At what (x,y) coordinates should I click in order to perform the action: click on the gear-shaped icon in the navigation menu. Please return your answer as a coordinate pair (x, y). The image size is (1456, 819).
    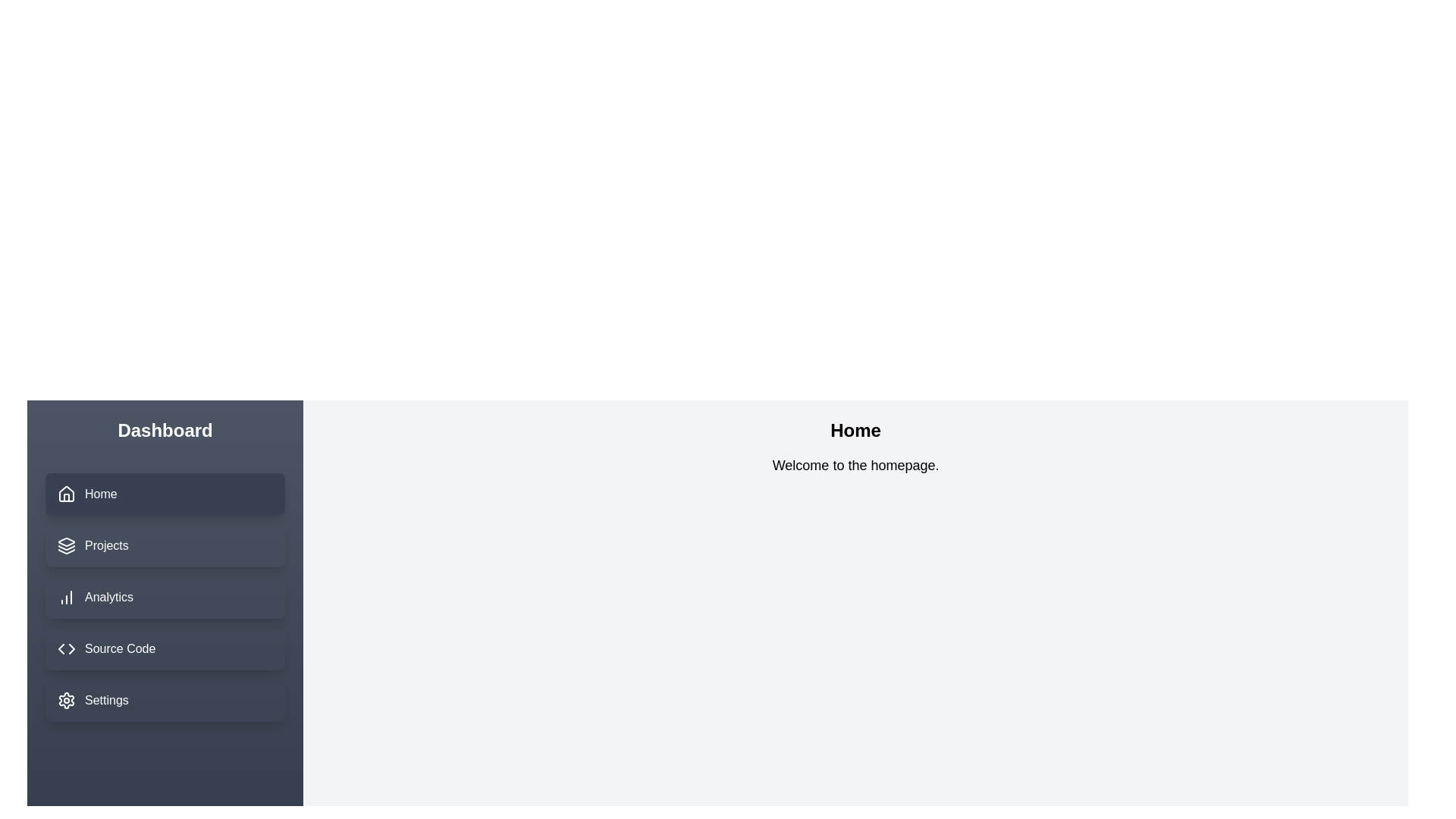
    Looking at the image, I should click on (65, 701).